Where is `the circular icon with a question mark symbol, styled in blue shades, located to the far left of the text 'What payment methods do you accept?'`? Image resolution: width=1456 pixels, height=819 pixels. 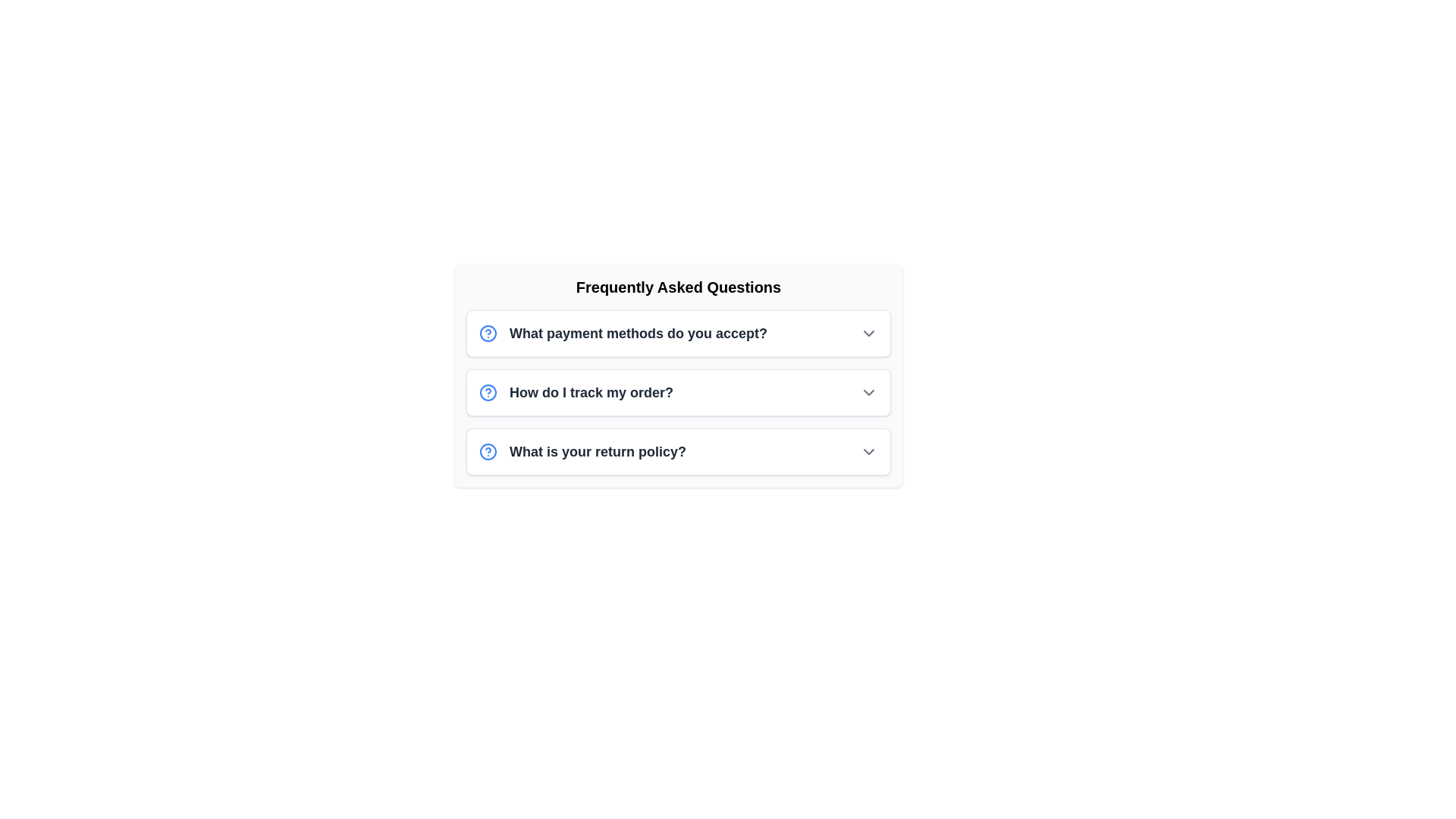
the circular icon with a question mark symbol, styled in blue shades, located to the far left of the text 'What payment methods do you accept?' is located at coordinates (488, 332).